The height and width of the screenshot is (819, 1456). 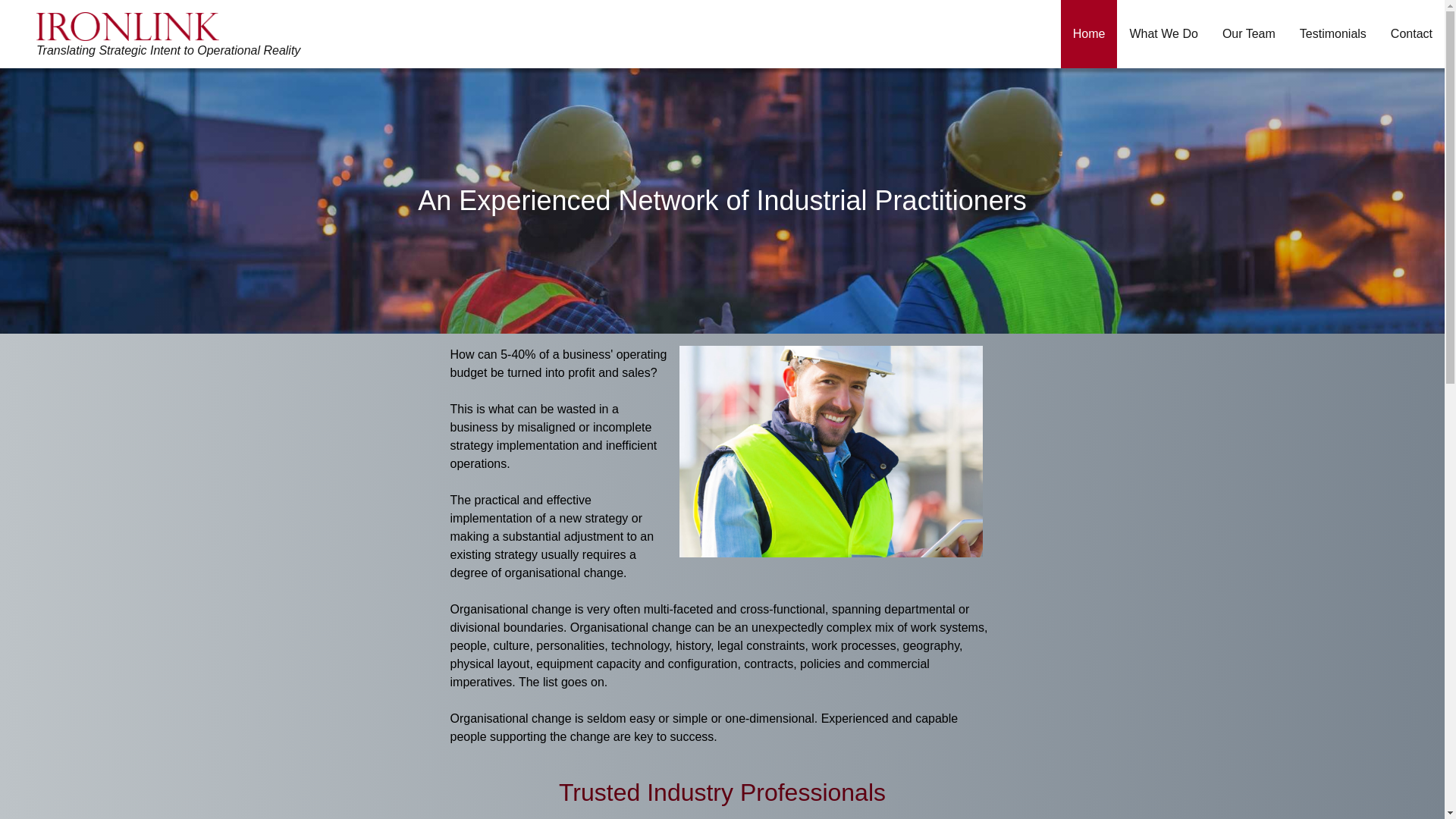 I want to click on 'Home', so click(x=1088, y=34).